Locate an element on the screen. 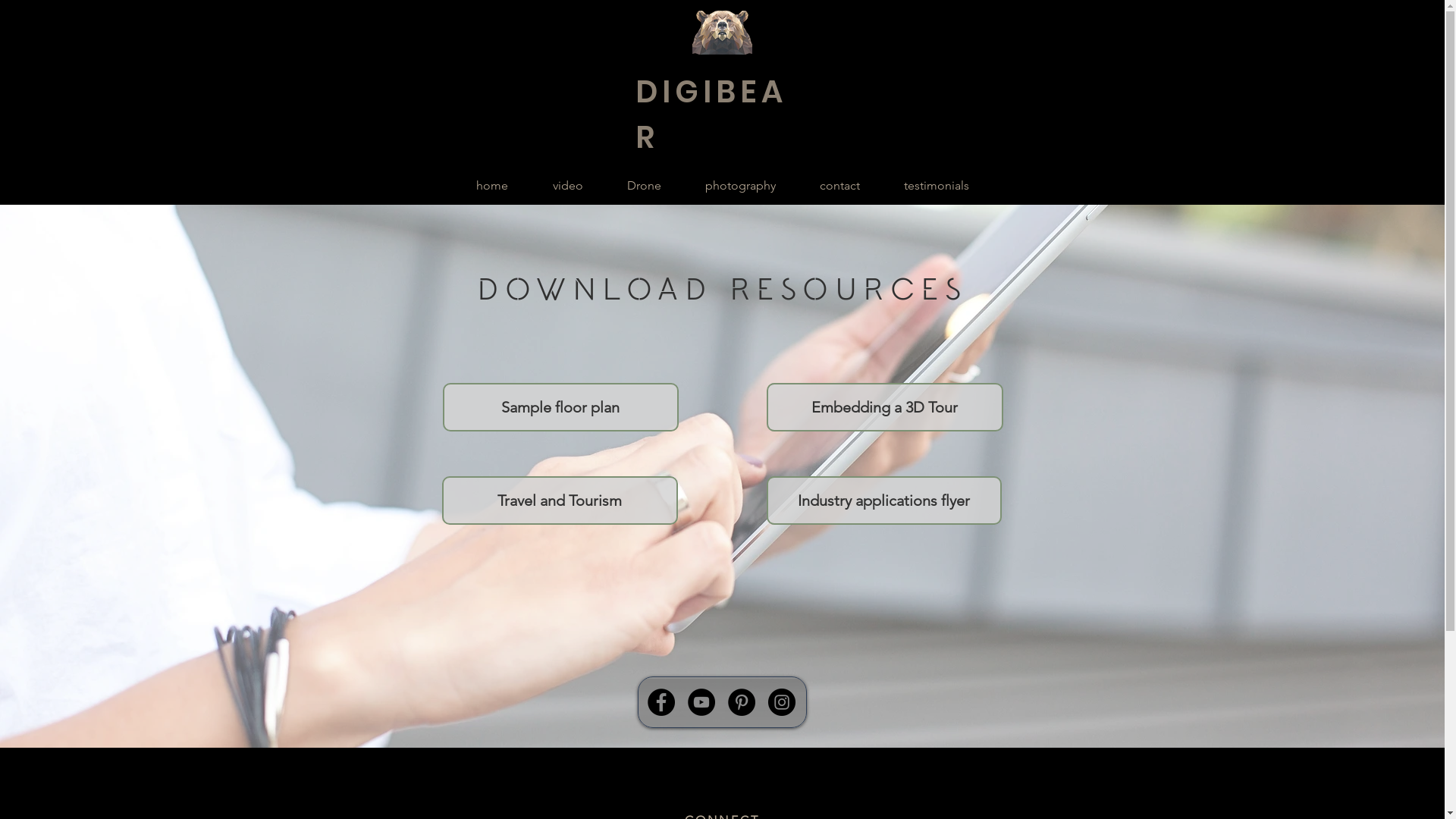  'testimonials' is located at coordinates (934, 185).